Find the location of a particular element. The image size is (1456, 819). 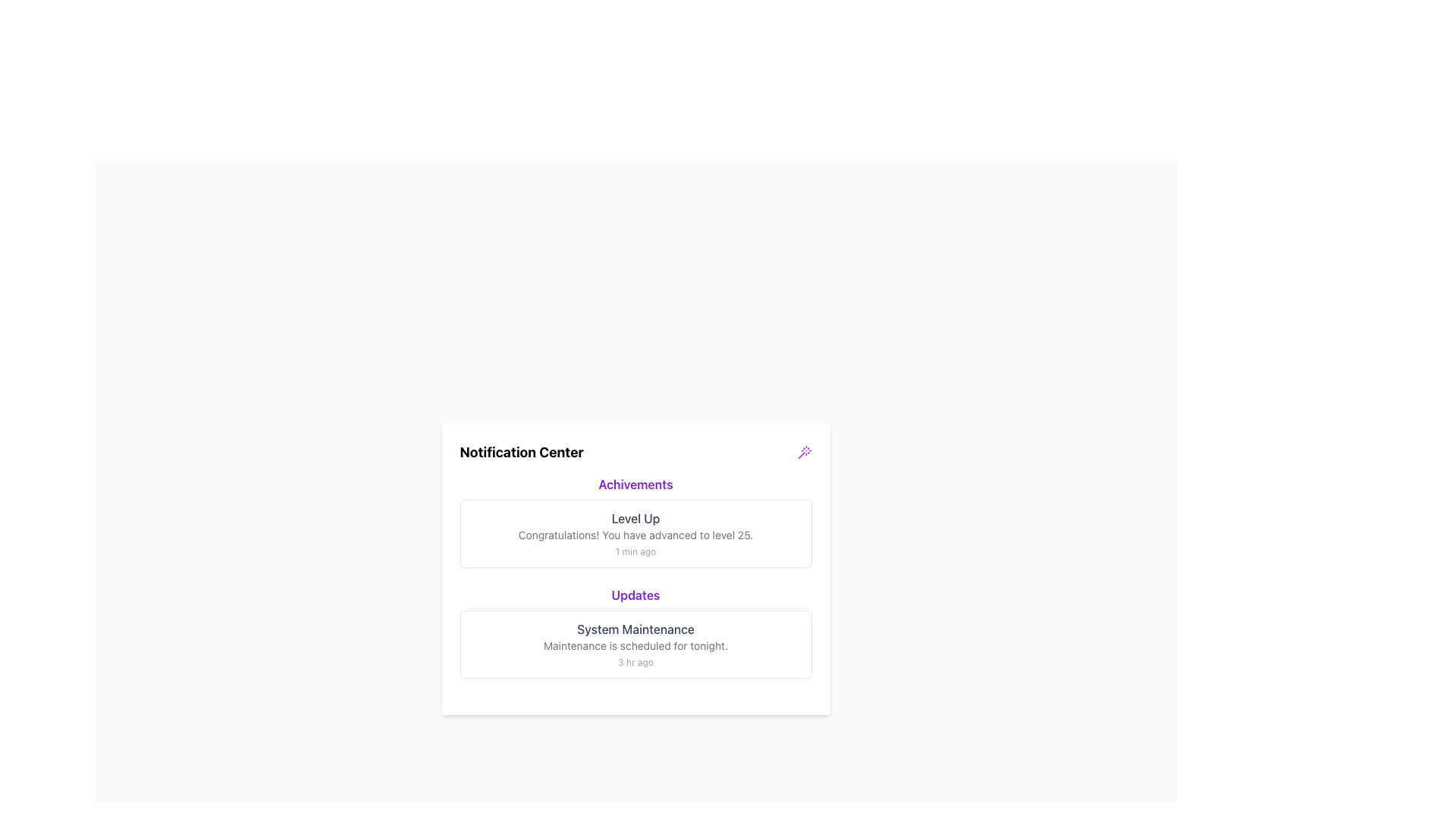

the informational text label conveying a message about scheduled maintenance, which is located within the 'System Maintenance' card in the Notification Center is located at coordinates (635, 646).